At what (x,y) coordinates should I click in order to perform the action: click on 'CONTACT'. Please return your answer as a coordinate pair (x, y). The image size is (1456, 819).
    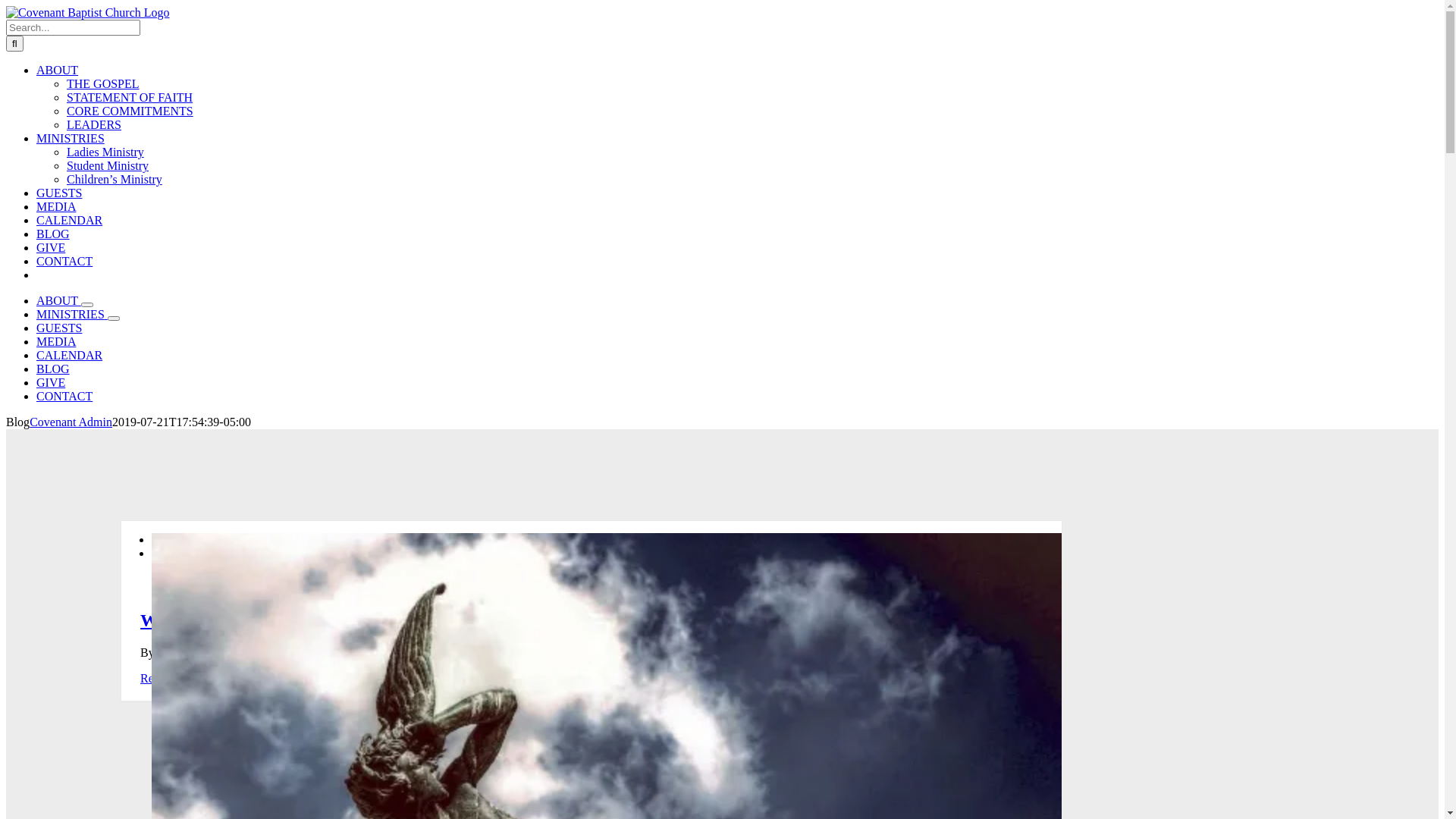
    Looking at the image, I should click on (64, 395).